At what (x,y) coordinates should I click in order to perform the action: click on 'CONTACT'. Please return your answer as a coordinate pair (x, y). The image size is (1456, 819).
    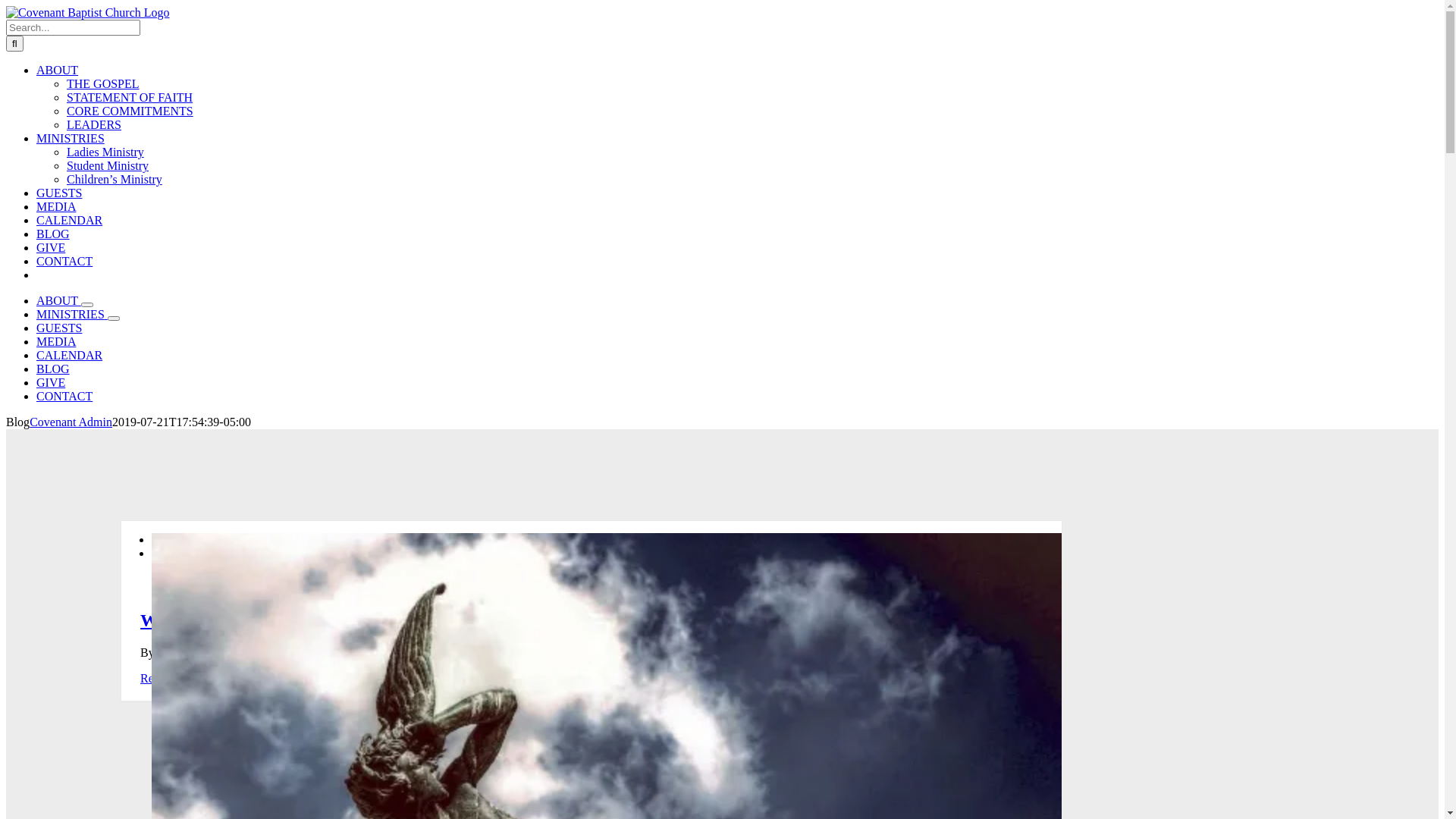
    Looking at the image, I should click on (64, 395).